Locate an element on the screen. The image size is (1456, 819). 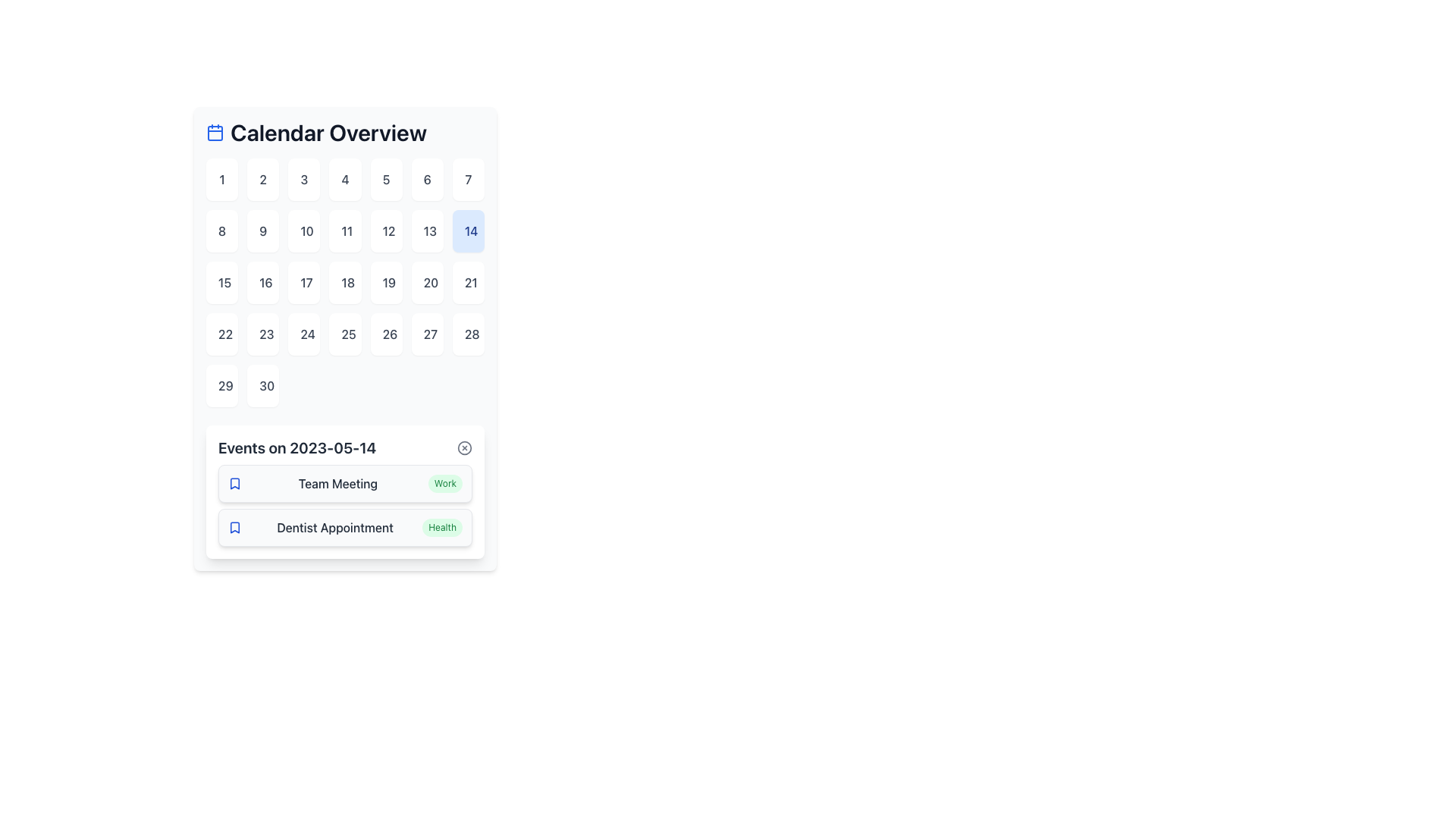
the rectangular button labeled '26' with rounded edges is located at coordinates (386, 333).